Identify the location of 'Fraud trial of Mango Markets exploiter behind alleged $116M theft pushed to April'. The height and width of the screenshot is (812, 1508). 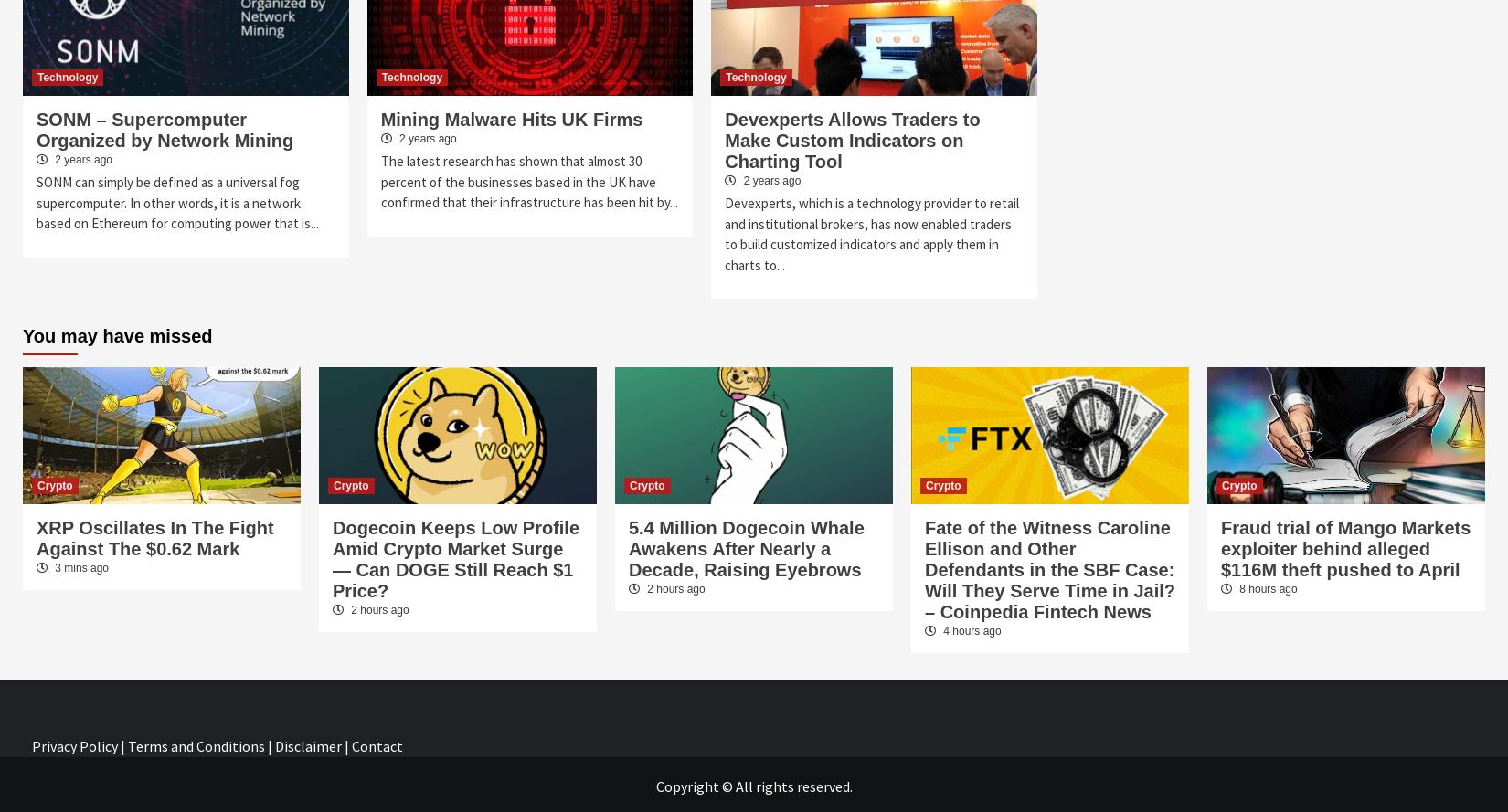
(1344, 547).